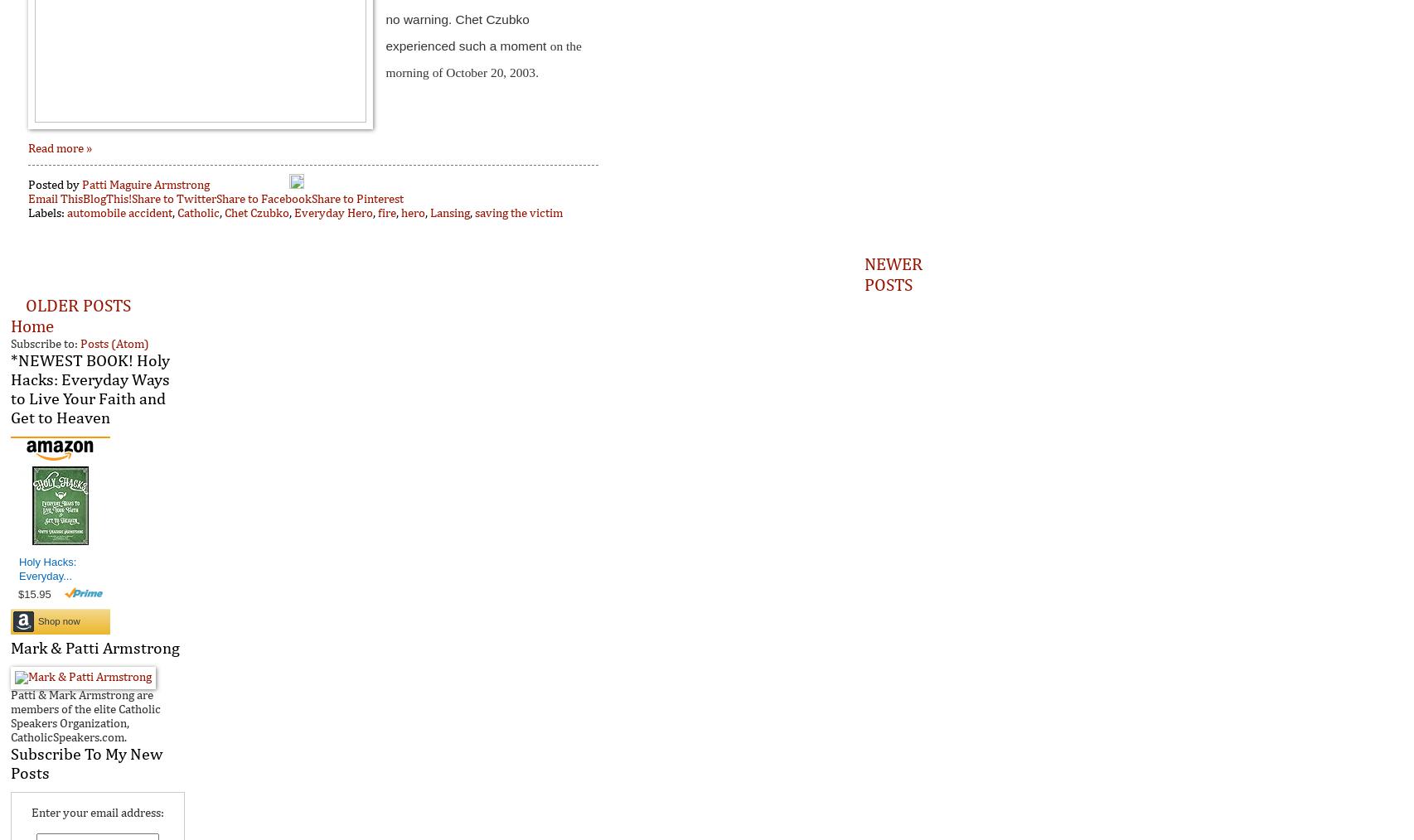 This screenshot has height=840, width=1414. What do you see at coordinates (517, 213) in the screenshot?
I see `'saving the victim'` at bounding box center [517, 213].